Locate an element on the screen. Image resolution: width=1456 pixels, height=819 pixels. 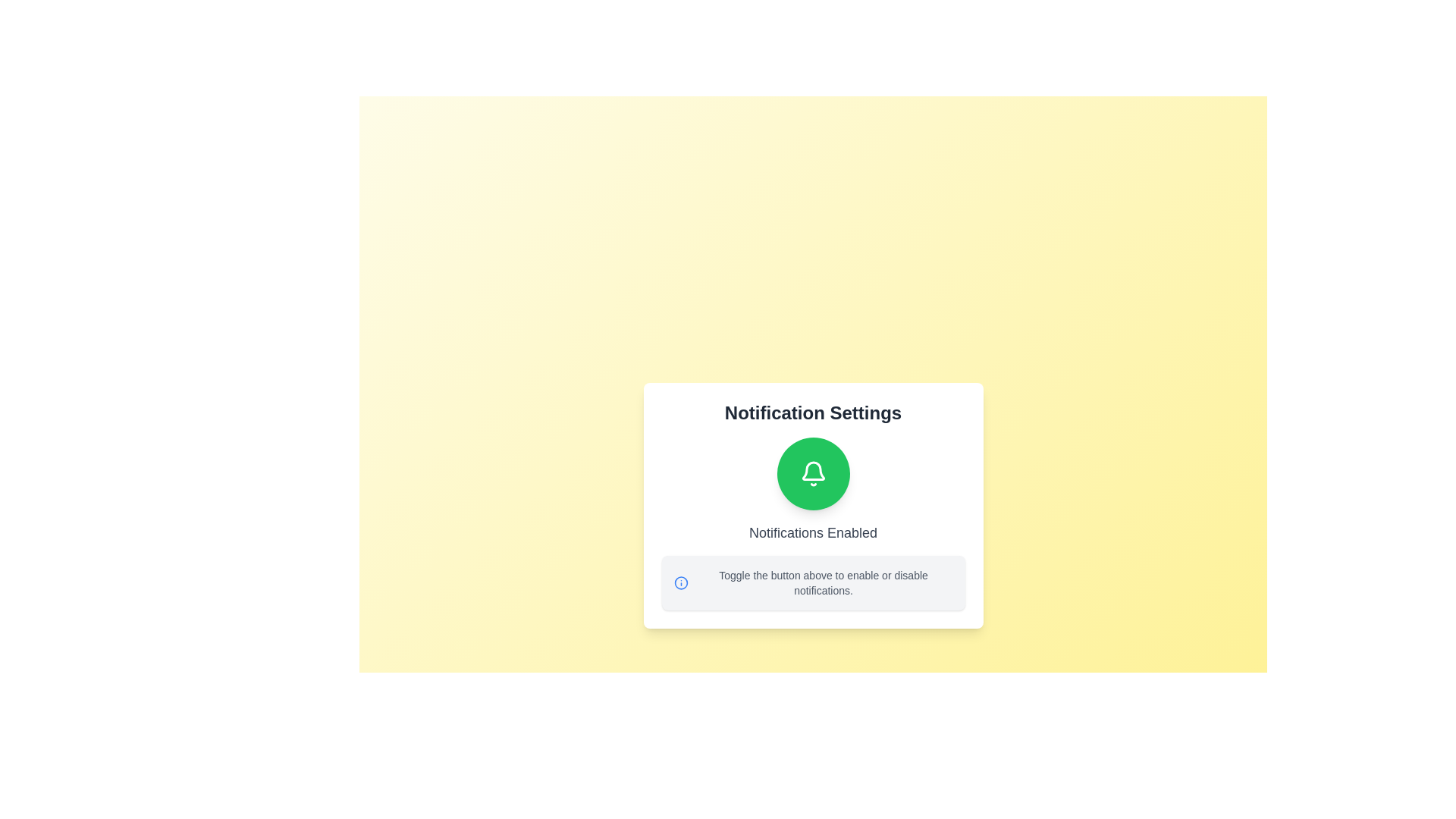
the informational icon to display additional details is located at coordinates (679, 582).